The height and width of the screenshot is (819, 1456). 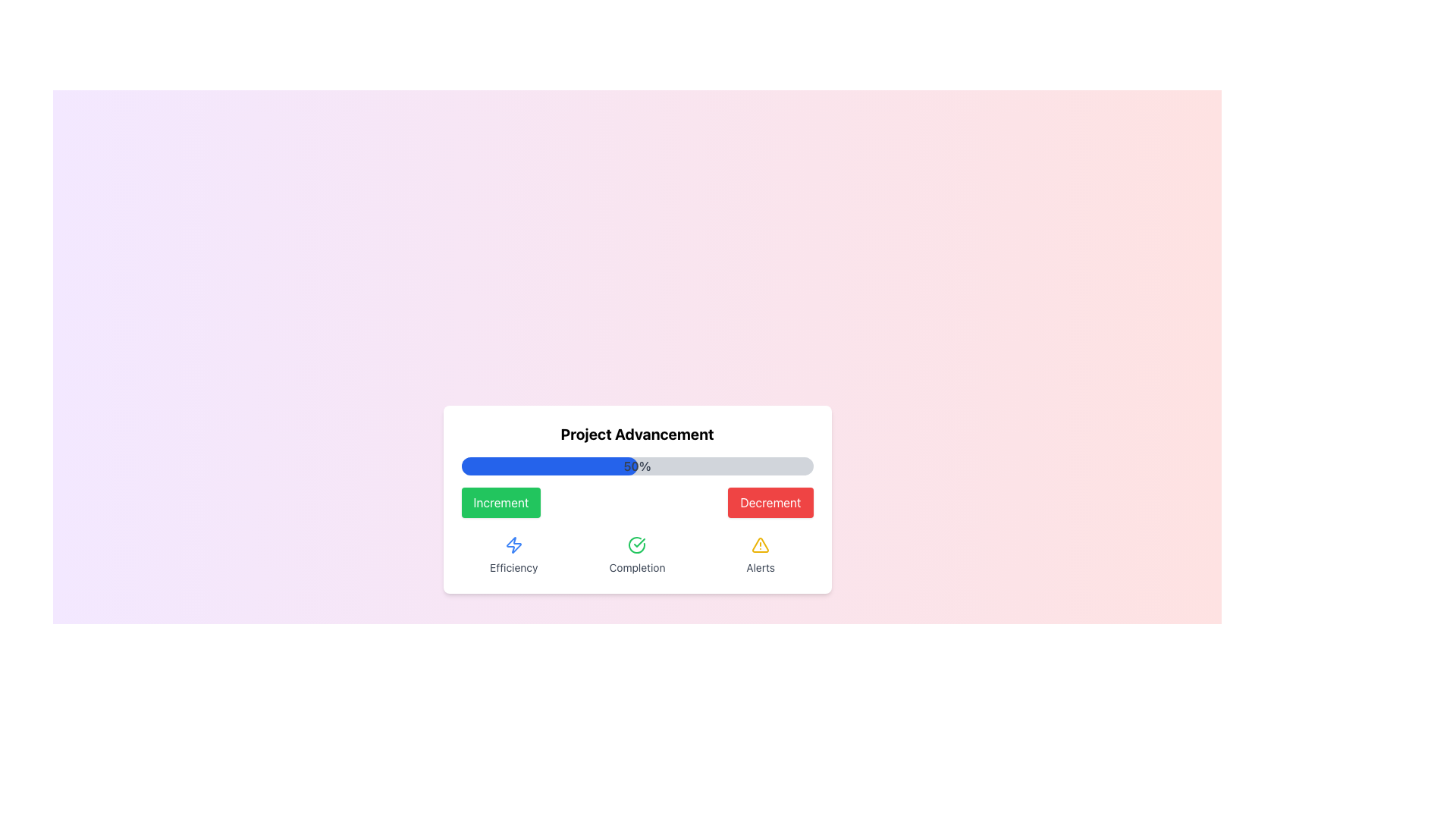 What do you see at coordinates (761, 544) in the screenshot?
I see `the graphical icon that indicates an alert or warning, located at the bottom-right section of the interface, just below the 'Decrement' button` at bounding box center [761, 544].